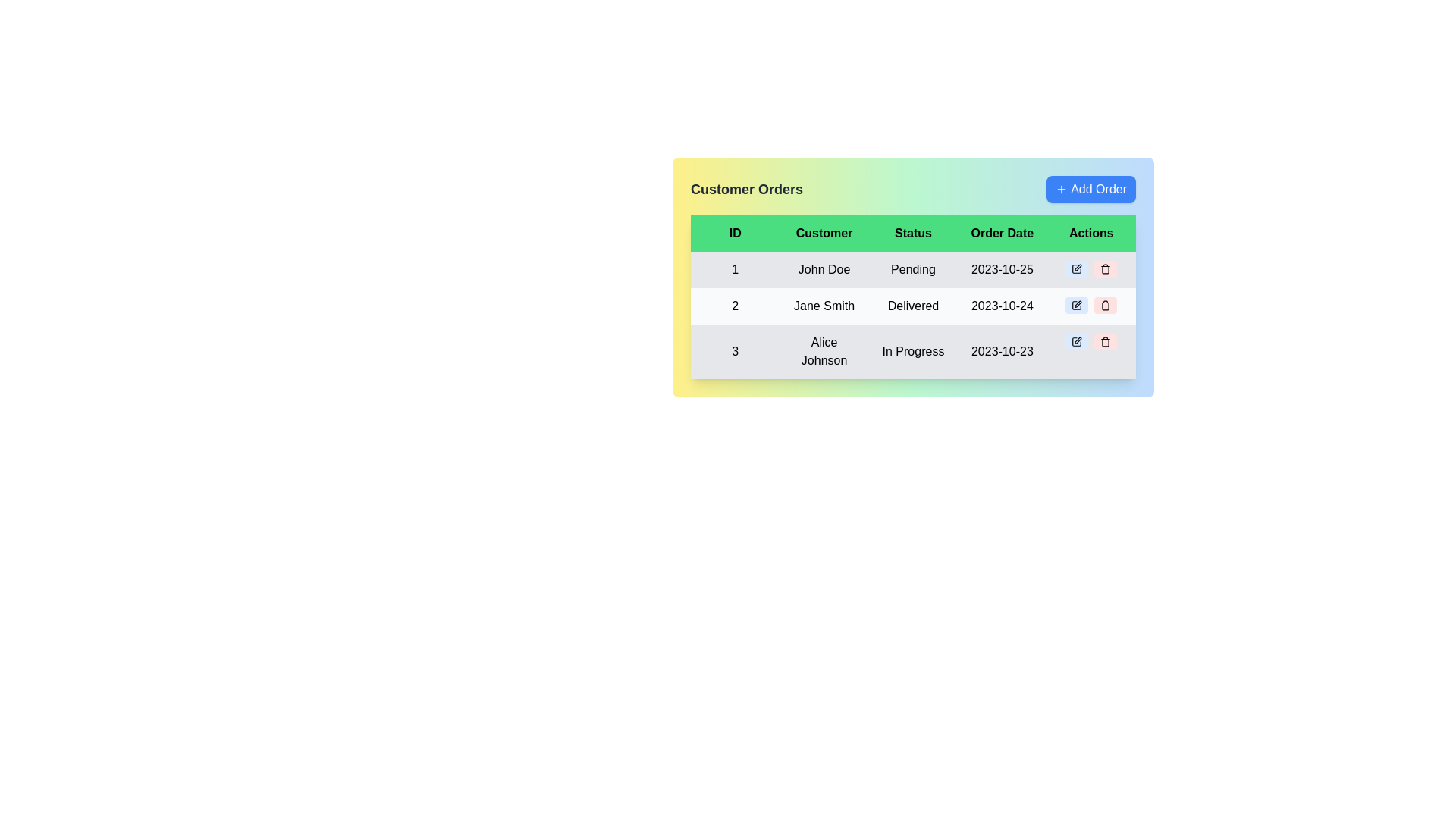 The width and height of the screenshot is (1456, 819). I want to click on the delete button located in the 'Actions' column of the third row of the table, so click(1106, 342).